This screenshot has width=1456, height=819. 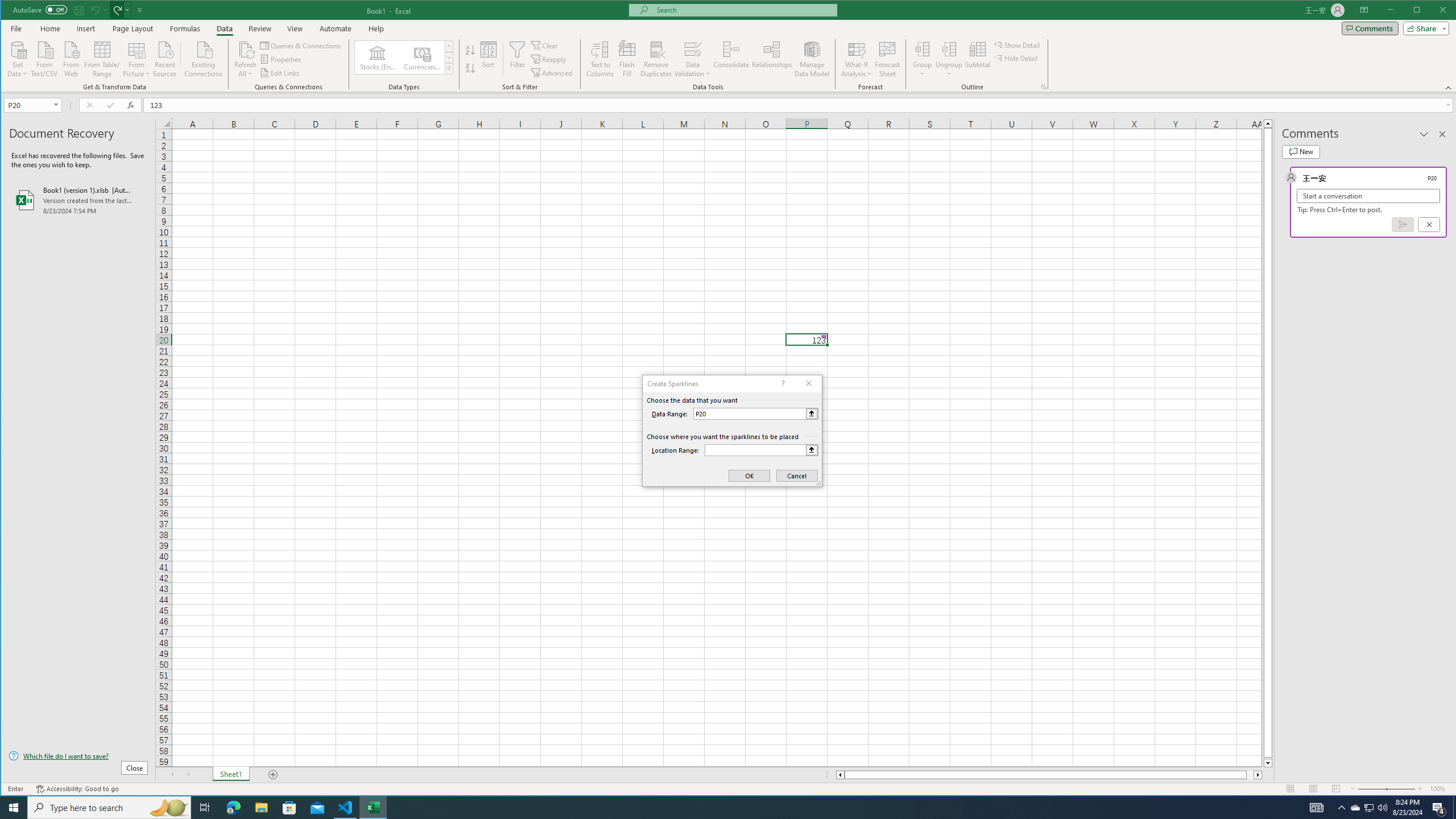 What do you see at coordinates (772, 59) in the screenshot?
I see `'Relationships'` at bounding box center [772, 59].